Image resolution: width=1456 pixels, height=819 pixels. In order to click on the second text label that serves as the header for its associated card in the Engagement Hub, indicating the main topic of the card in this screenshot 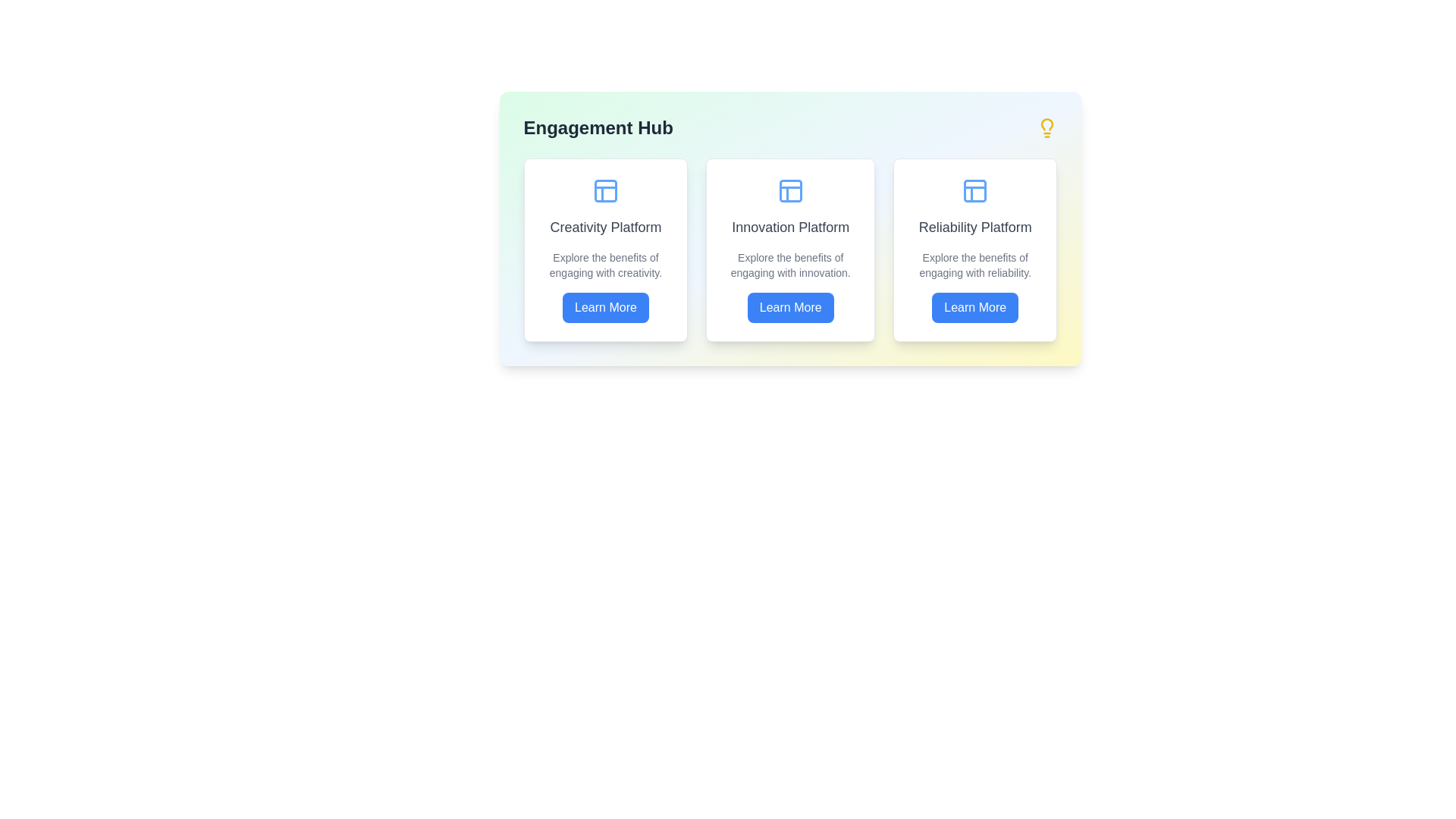, I will do `click(789, 227)`.